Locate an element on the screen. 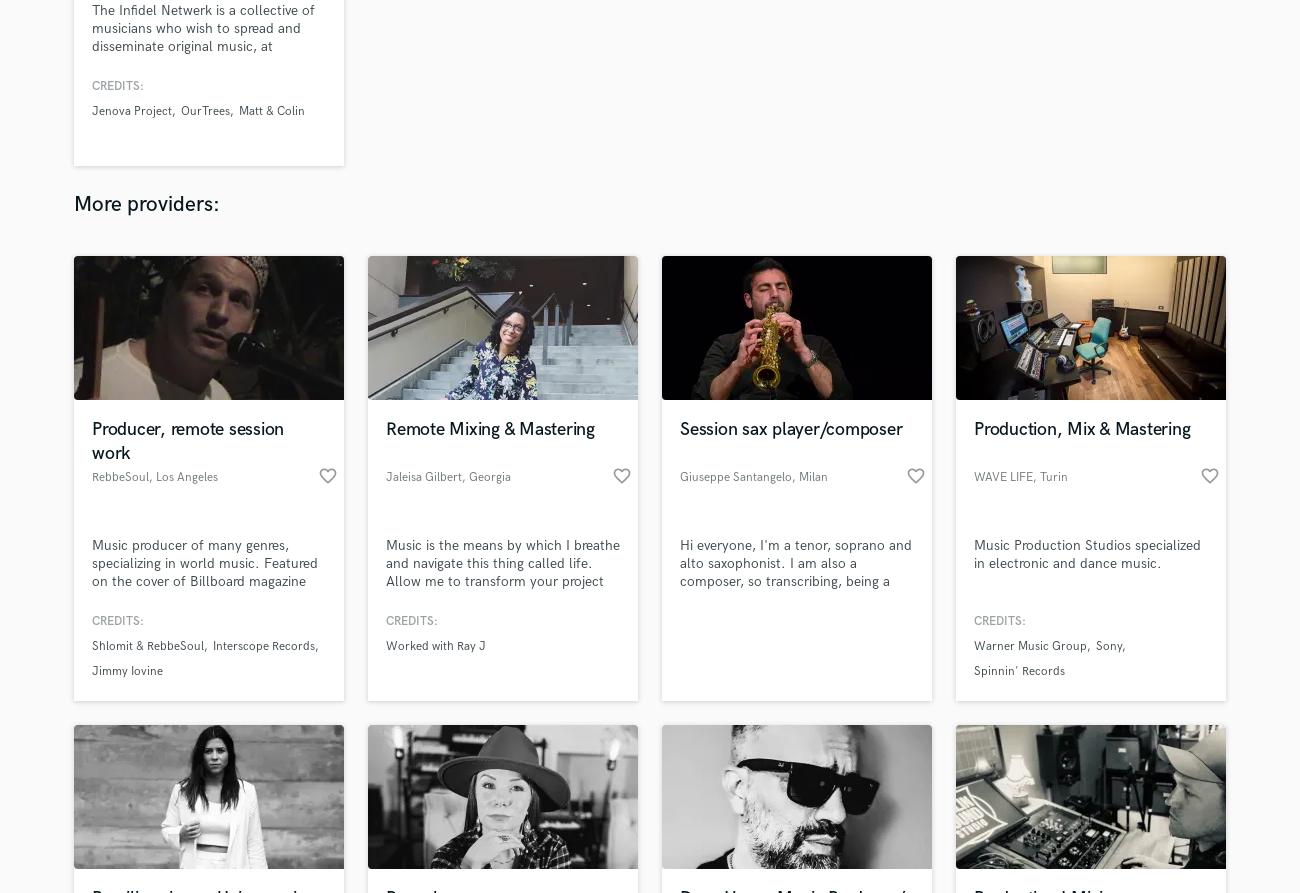 Image resolution: width=1300 pixels, height=893 pixels. 'Spinnin' Records' is located at coordinates (1018, 671).